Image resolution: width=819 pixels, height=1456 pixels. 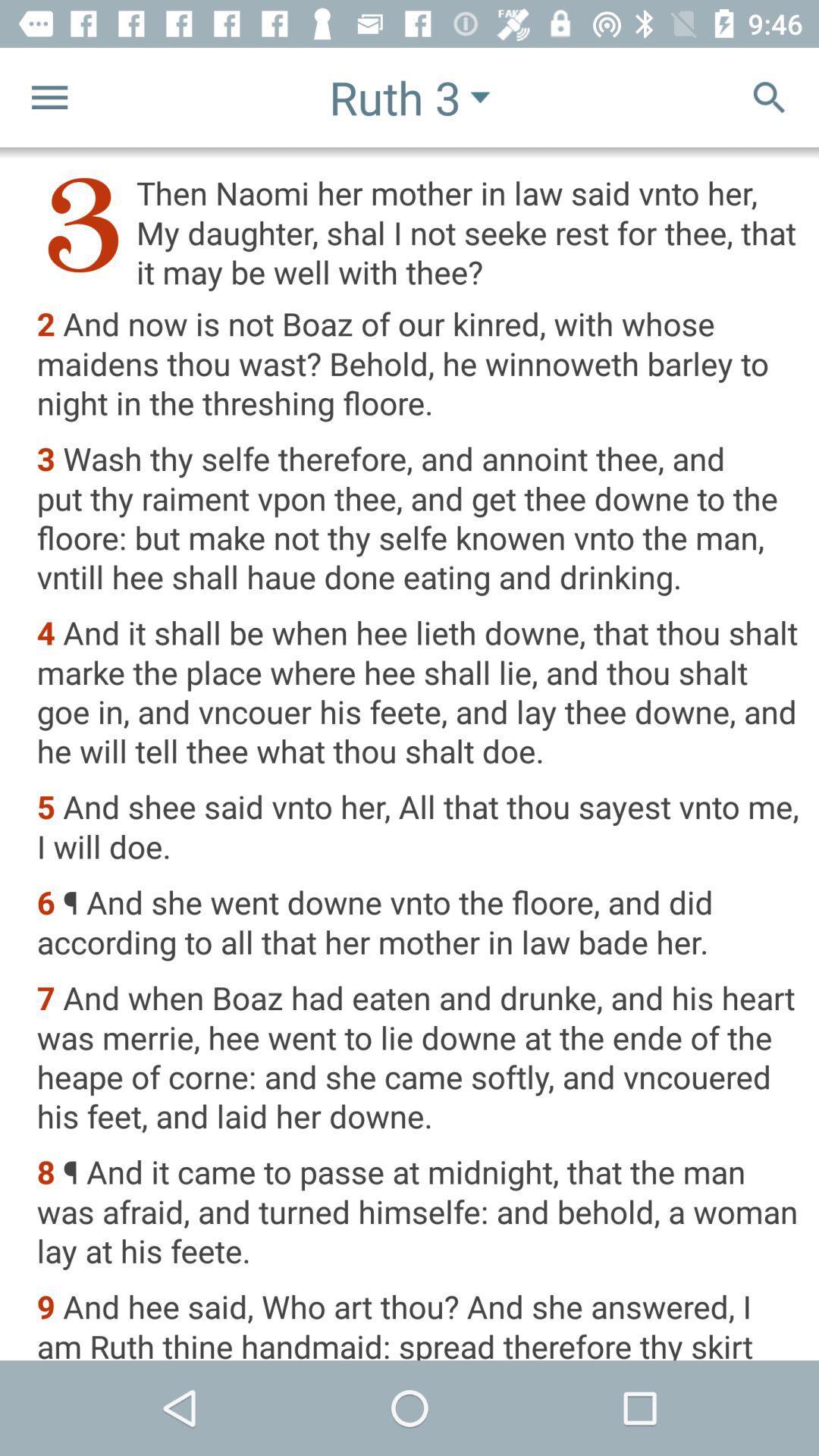 I want to click on the item above the 6 and she item, so click(x=418, y=827).